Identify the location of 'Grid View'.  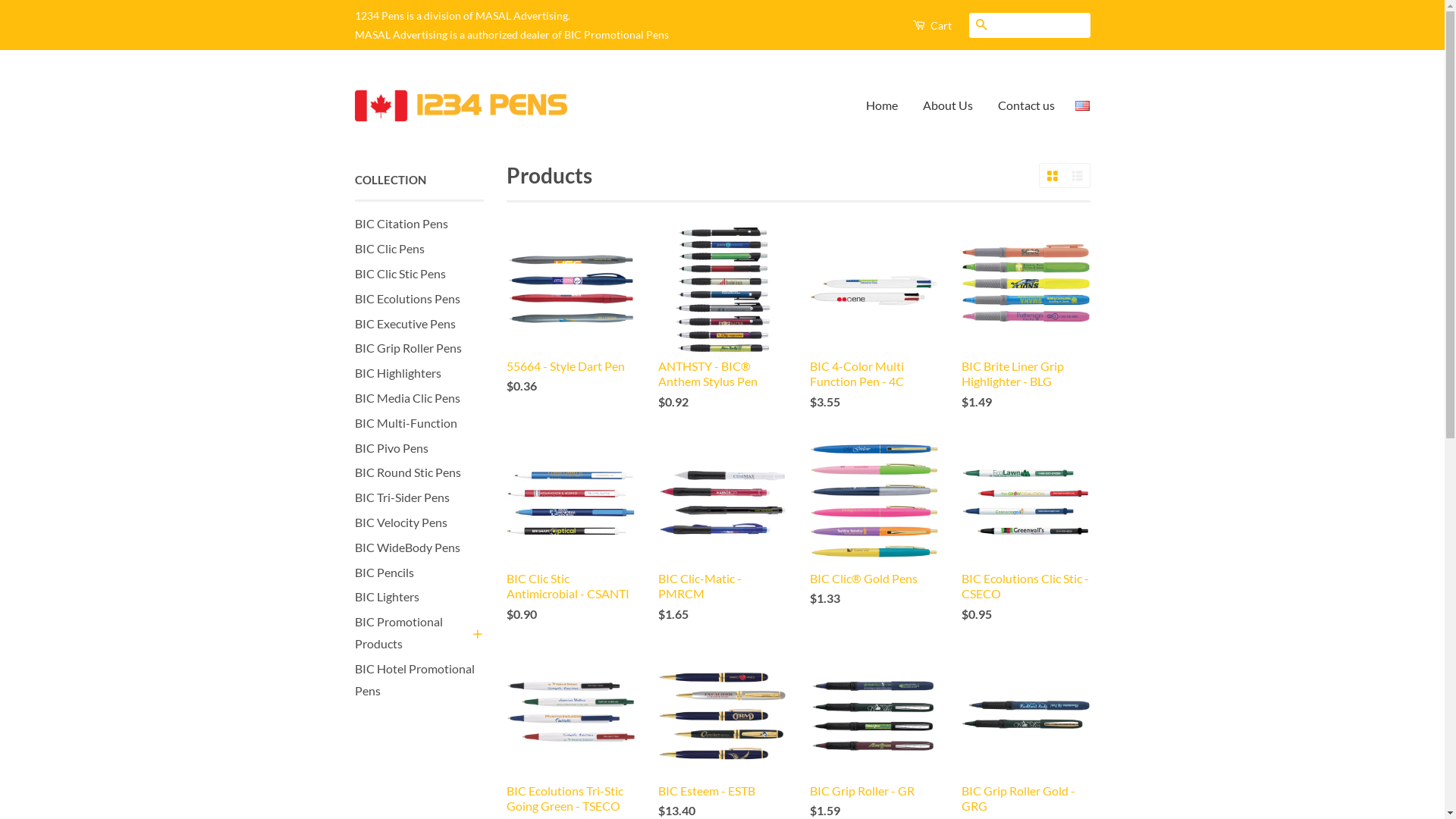
(1050, 175).